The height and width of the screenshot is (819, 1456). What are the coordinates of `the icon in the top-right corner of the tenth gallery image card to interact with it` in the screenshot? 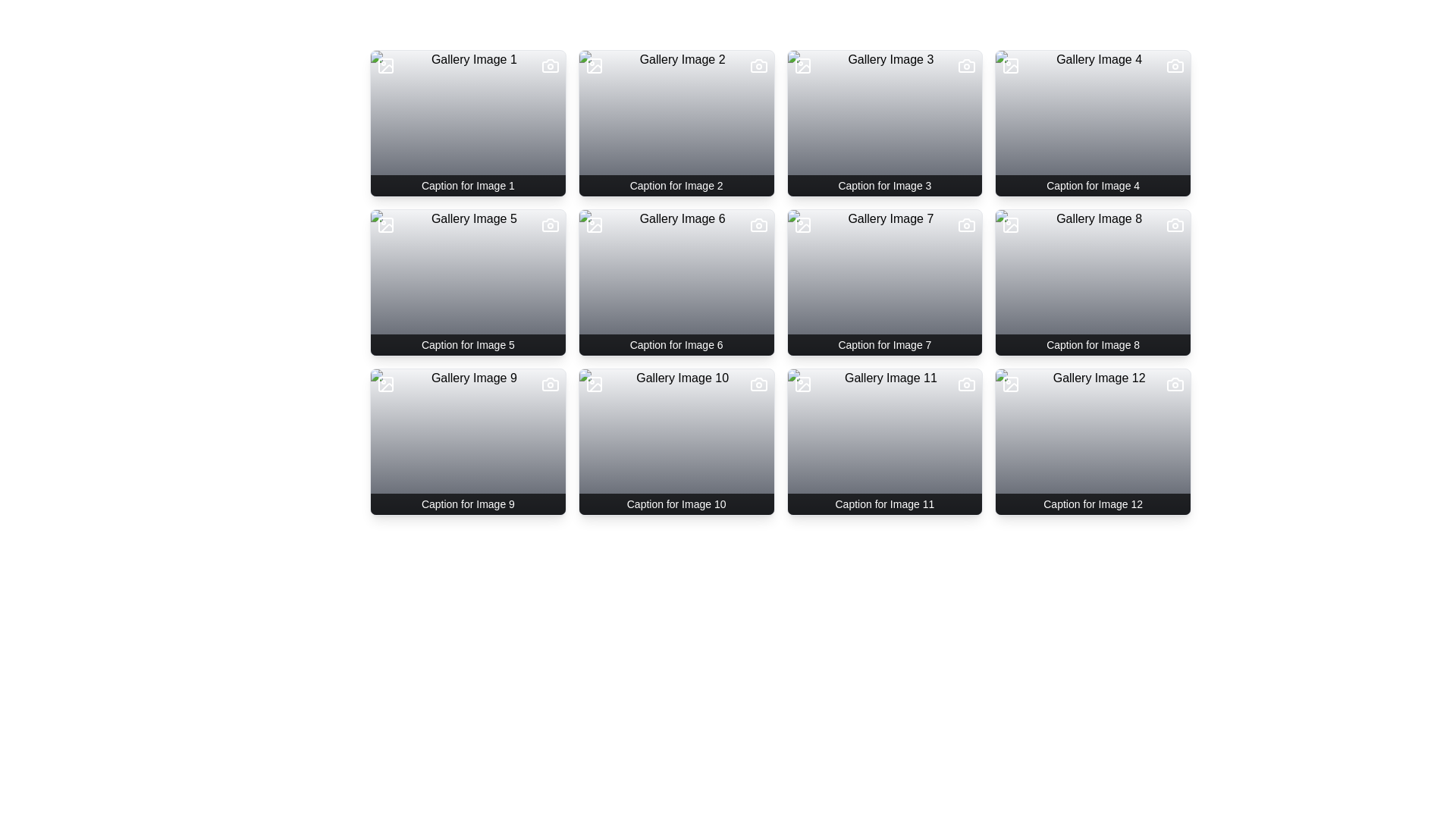 It's located at (758, 383).